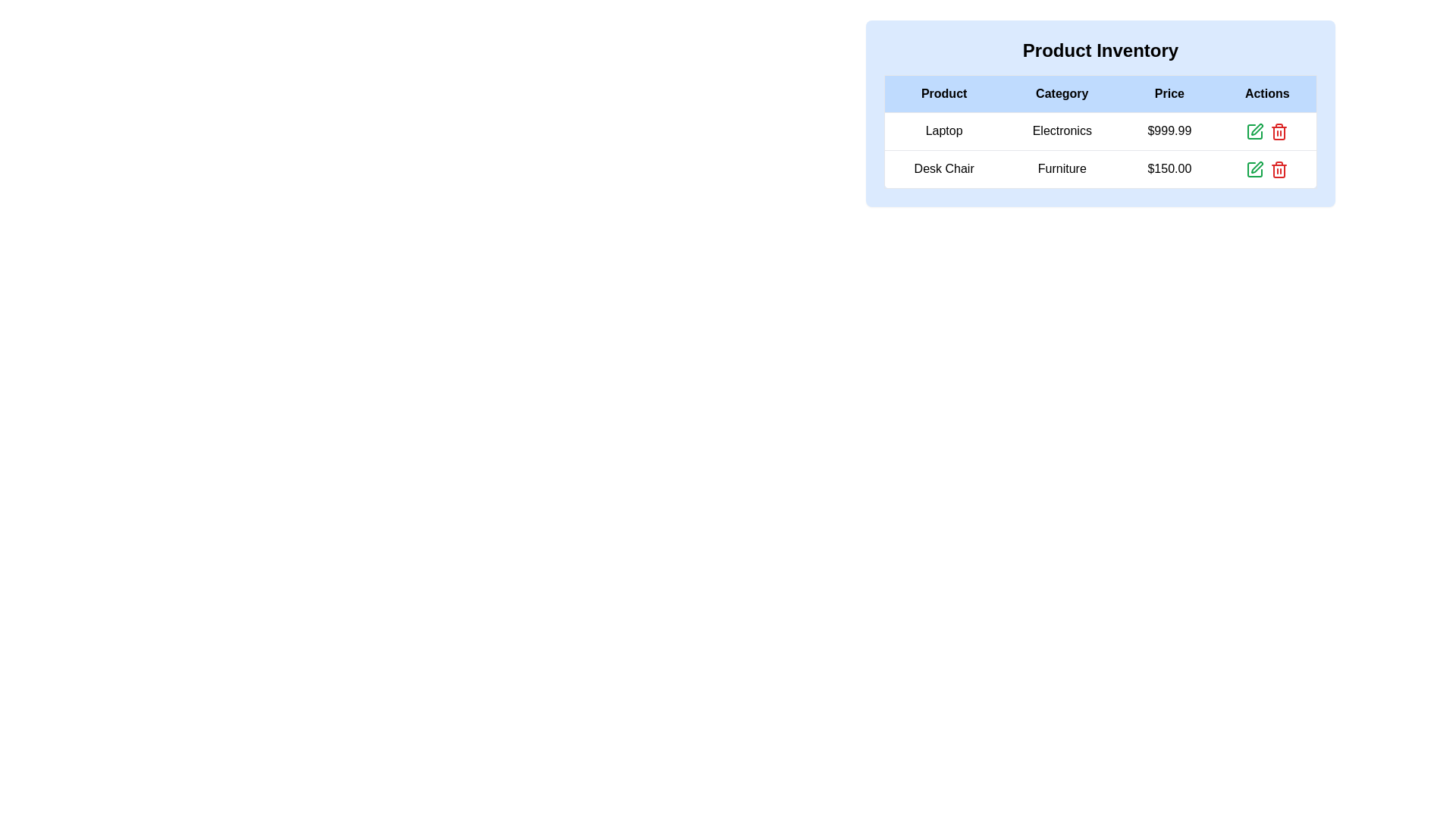 The height and width of the screenshot is (819, 1456). Describe the element at coordinates (943, 93) in the screenshot. I see `text from the Table Header Cell that displays 'Product', which is the first column header in the table` at that location.